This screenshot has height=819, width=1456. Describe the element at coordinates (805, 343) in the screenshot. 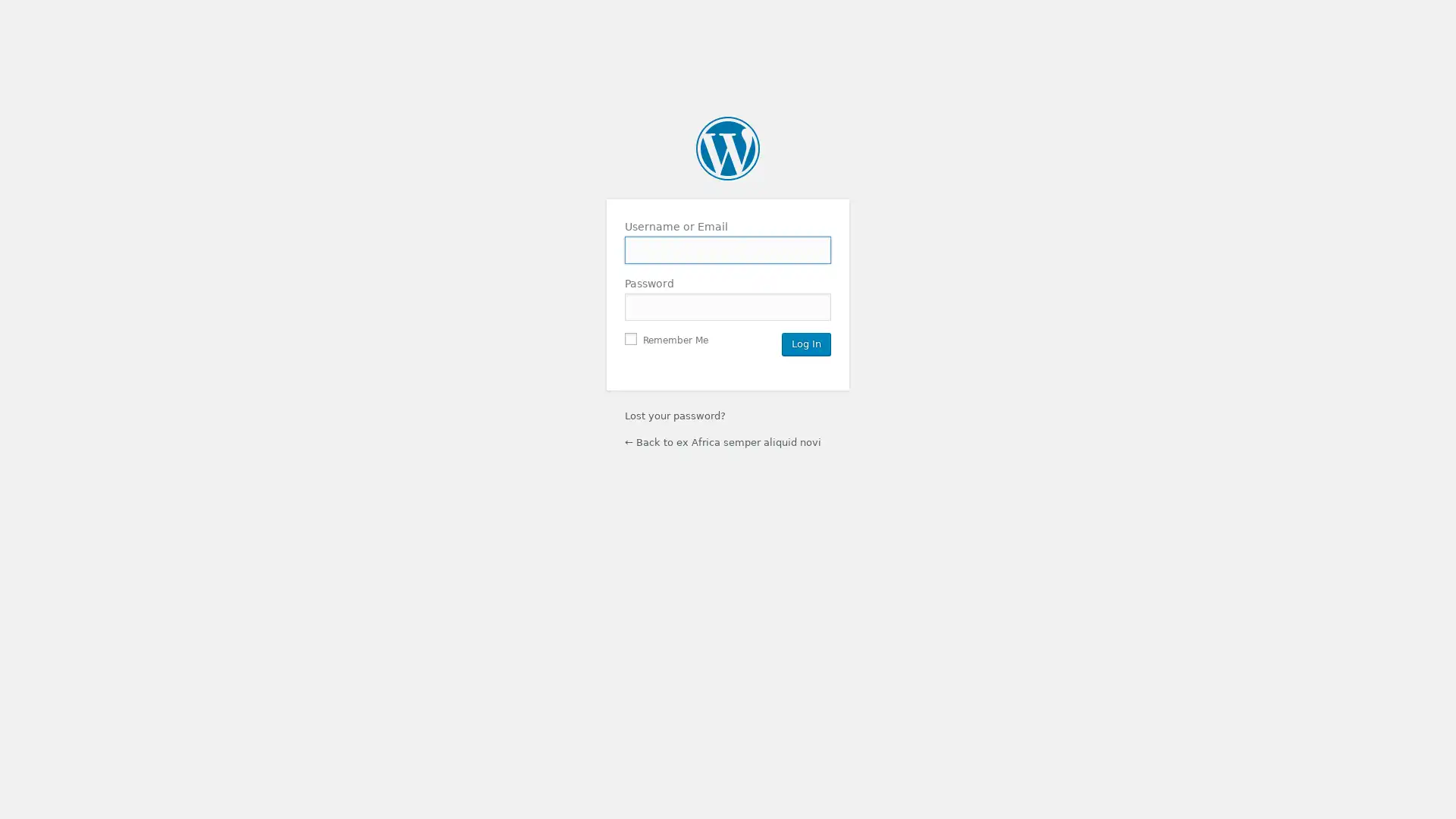

I see `Log In` at that location.